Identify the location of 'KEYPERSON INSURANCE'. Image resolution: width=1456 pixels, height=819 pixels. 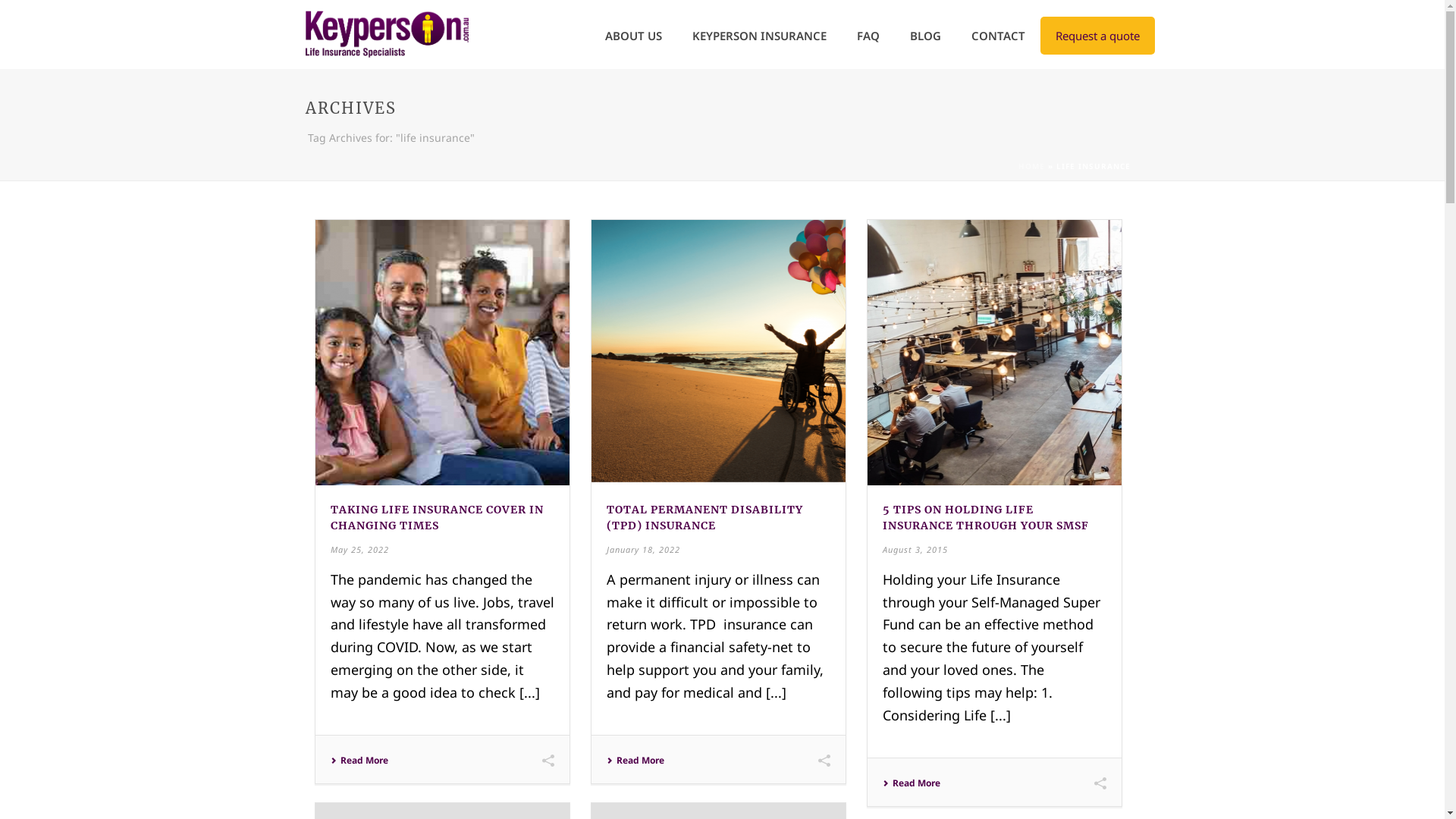
(676, 34).